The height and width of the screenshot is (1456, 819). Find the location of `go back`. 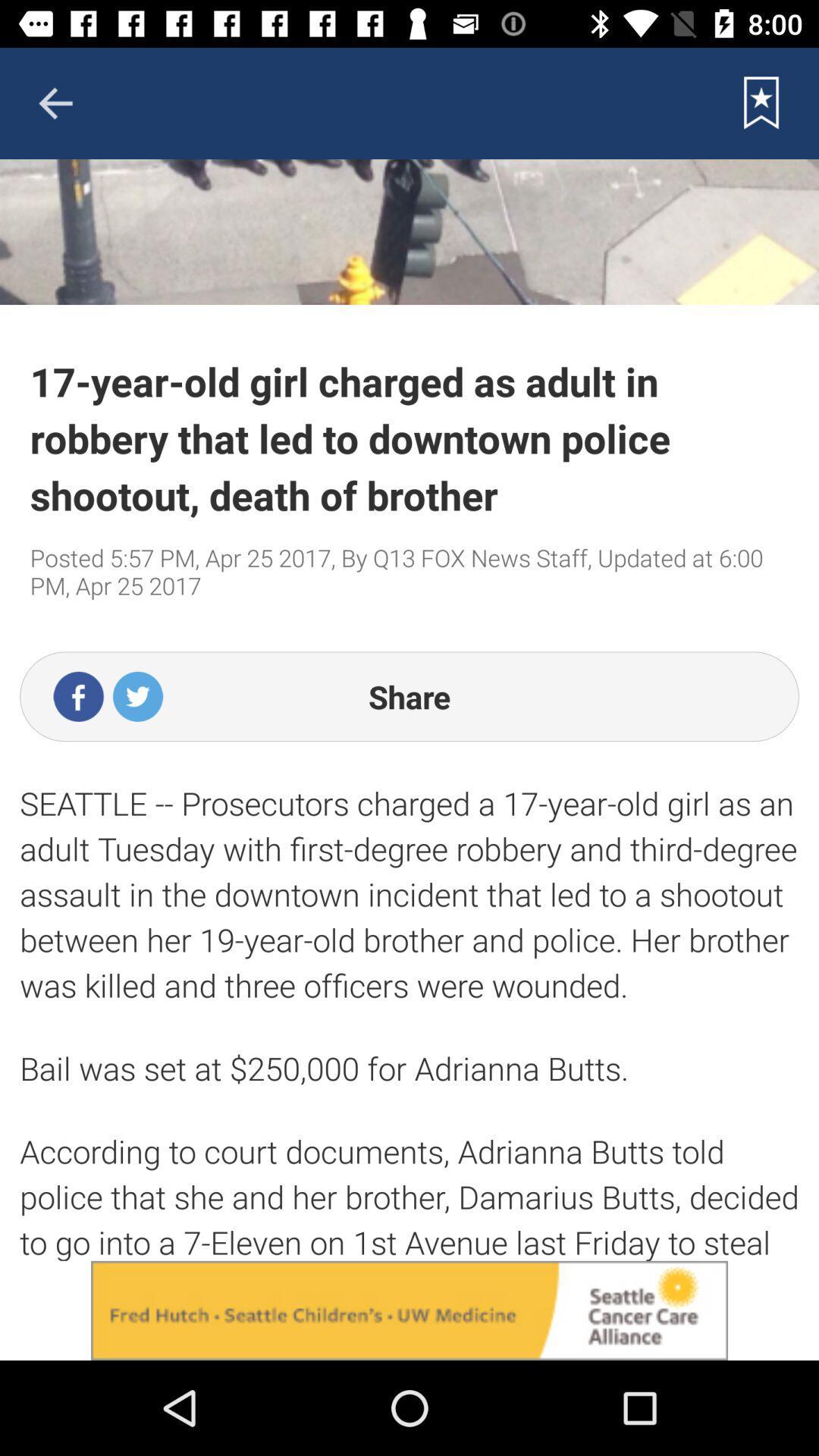

go back is located at coordinates (55, 102).